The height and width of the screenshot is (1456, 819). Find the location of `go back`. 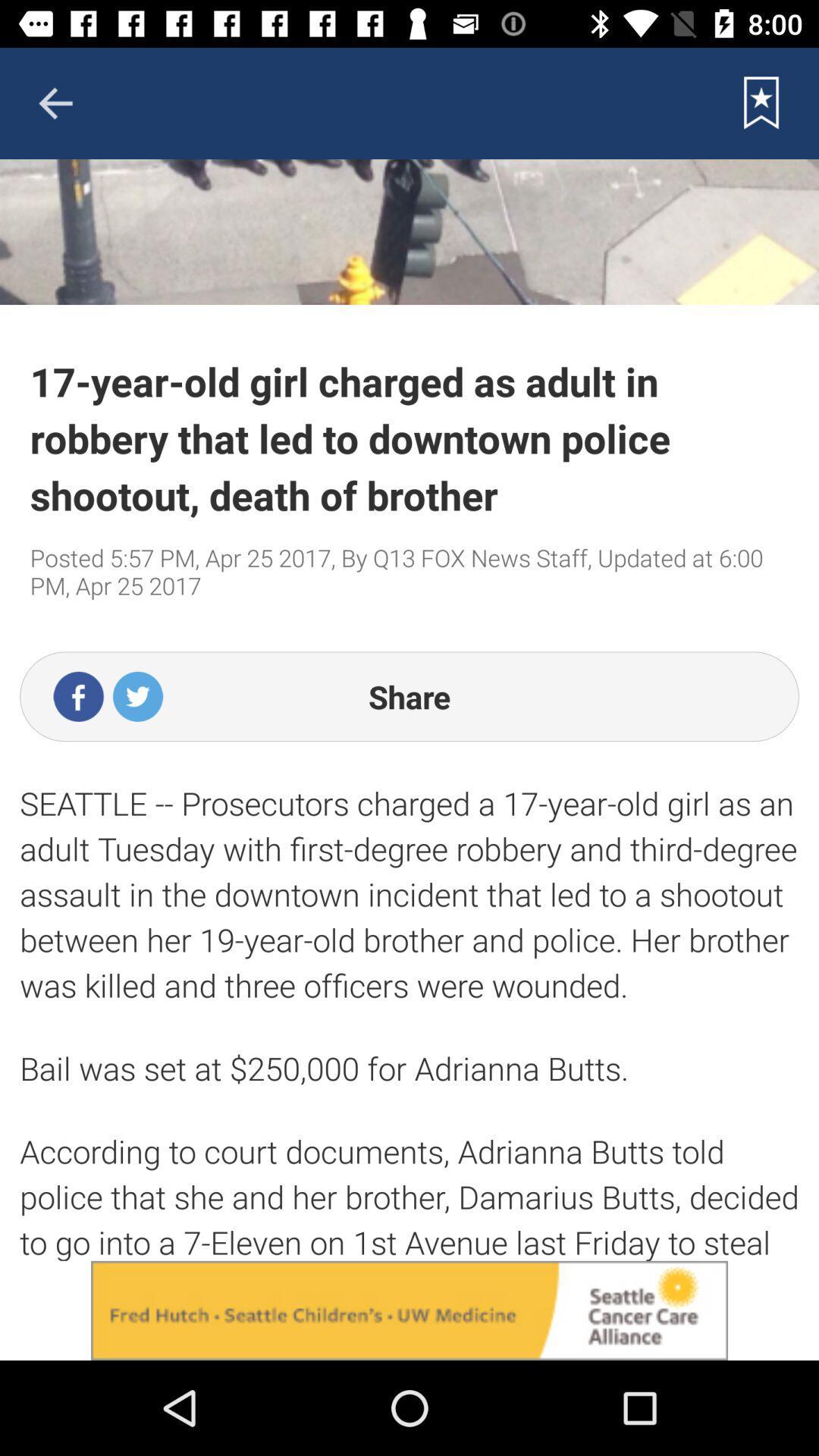

go back is located at coordinates (55, 102).